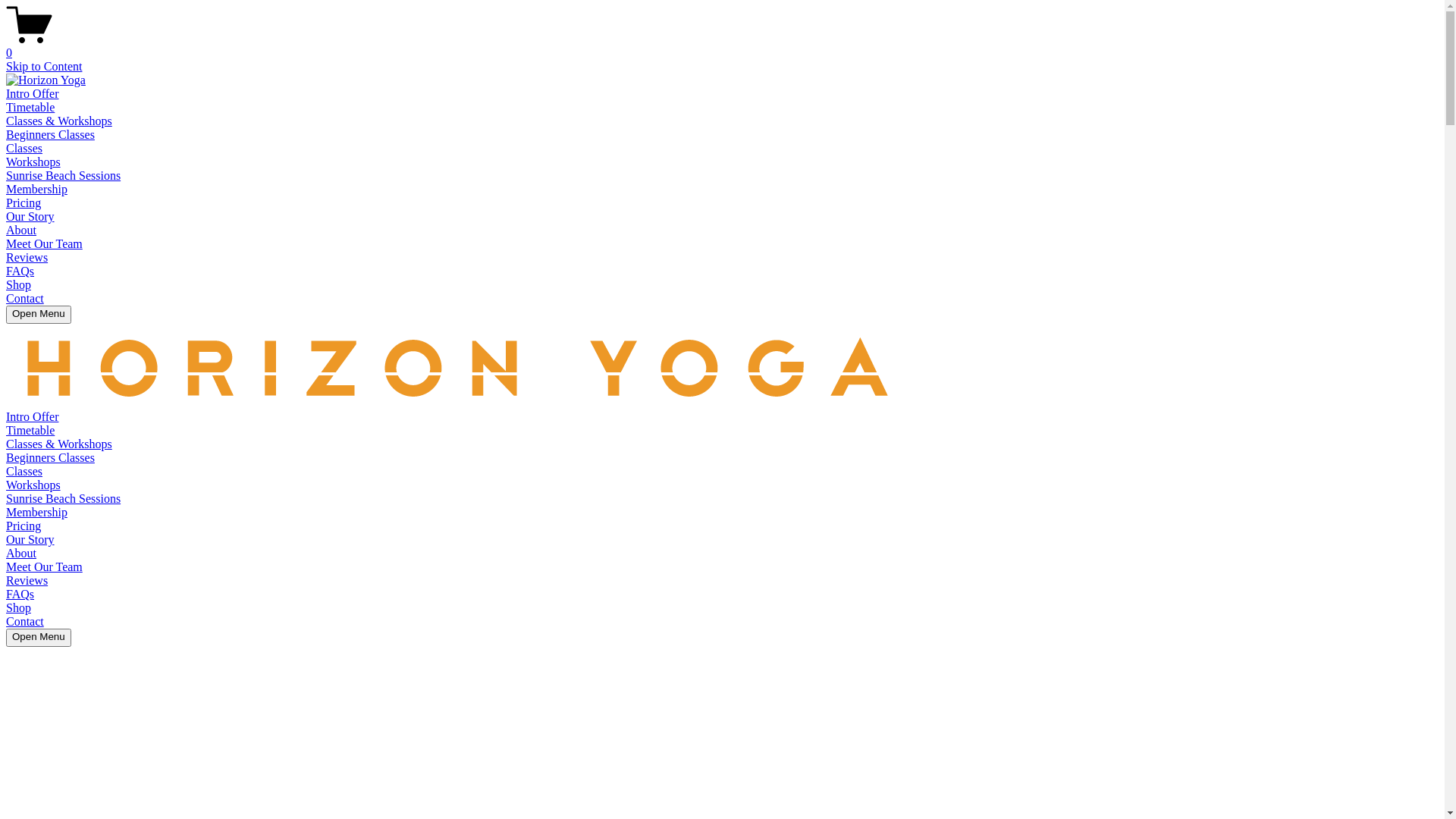 The width and height of the screenshot is (1456, 819). Describe the element at coordinates (36, 188) in the screenshot. I see `'Membership'` at that location.